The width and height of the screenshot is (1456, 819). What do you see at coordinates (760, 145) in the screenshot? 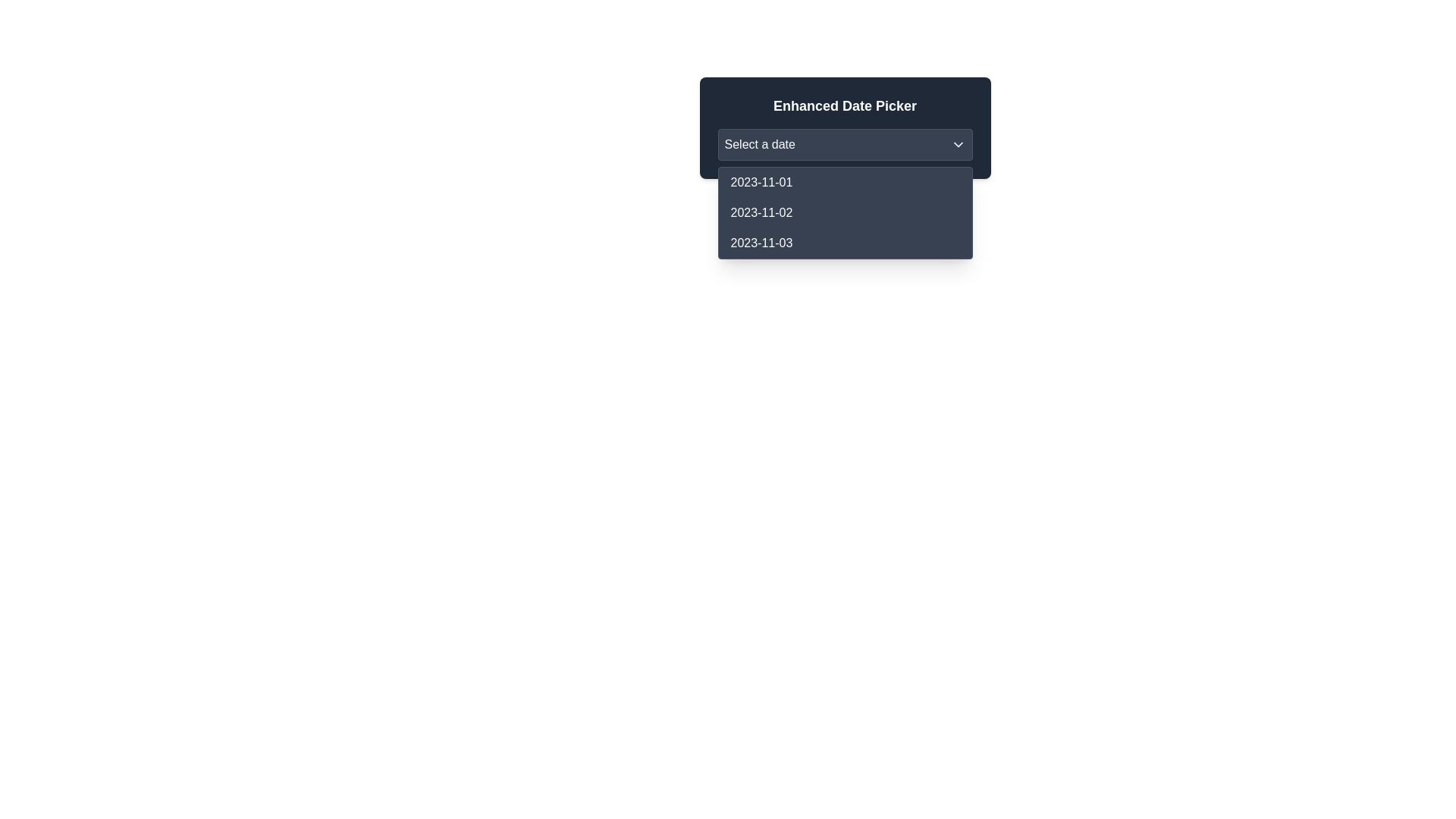
I see `the static text label reading 'Select a date' located inside the dropdown menu labeled 'Enhanced Date Picker'` at bounding box center [760, 145].